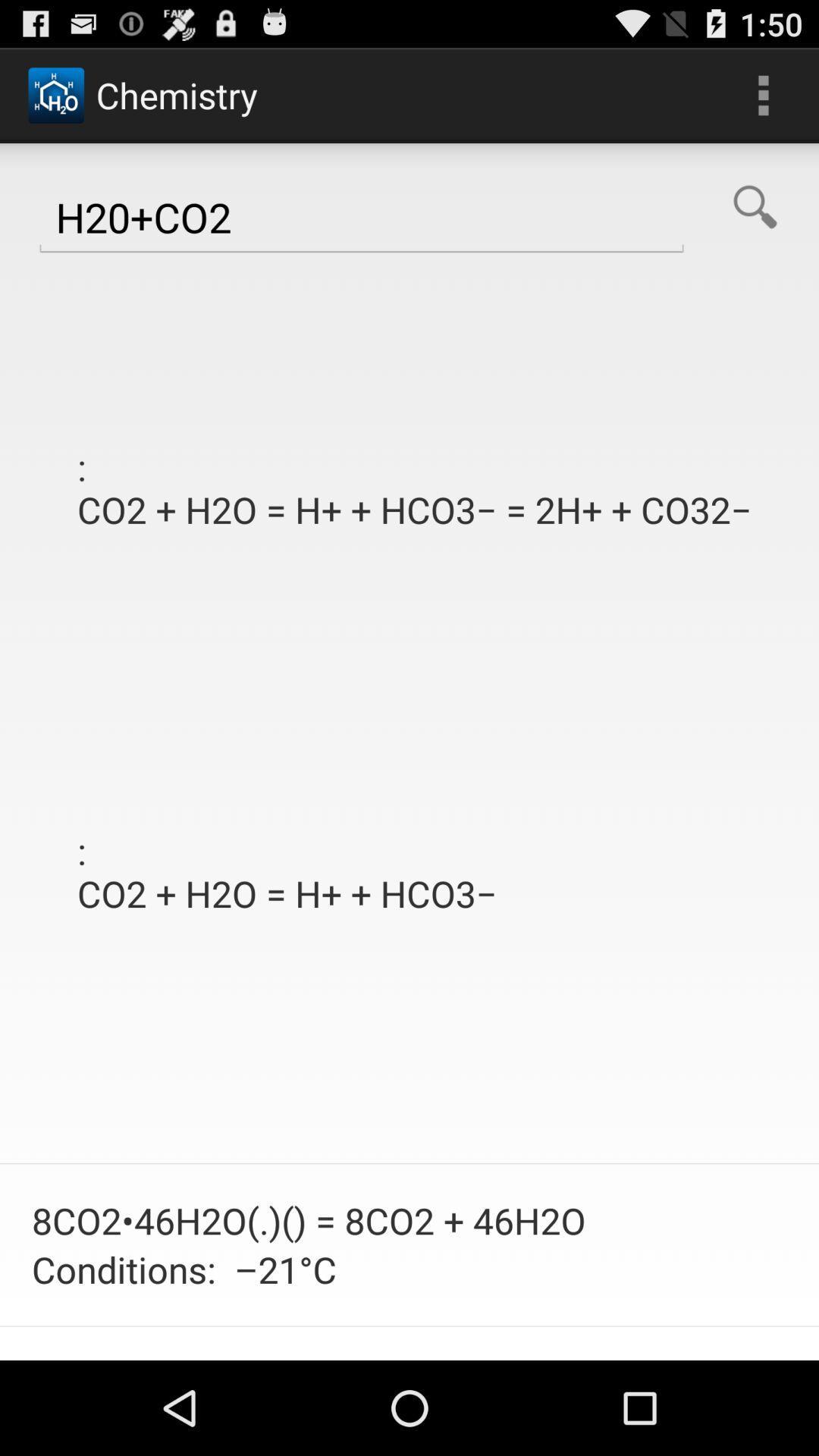 The image size is (819, 1456). Describe the element at coordinates (755, 221) in the screenshot. I see `the search icon` at that location.